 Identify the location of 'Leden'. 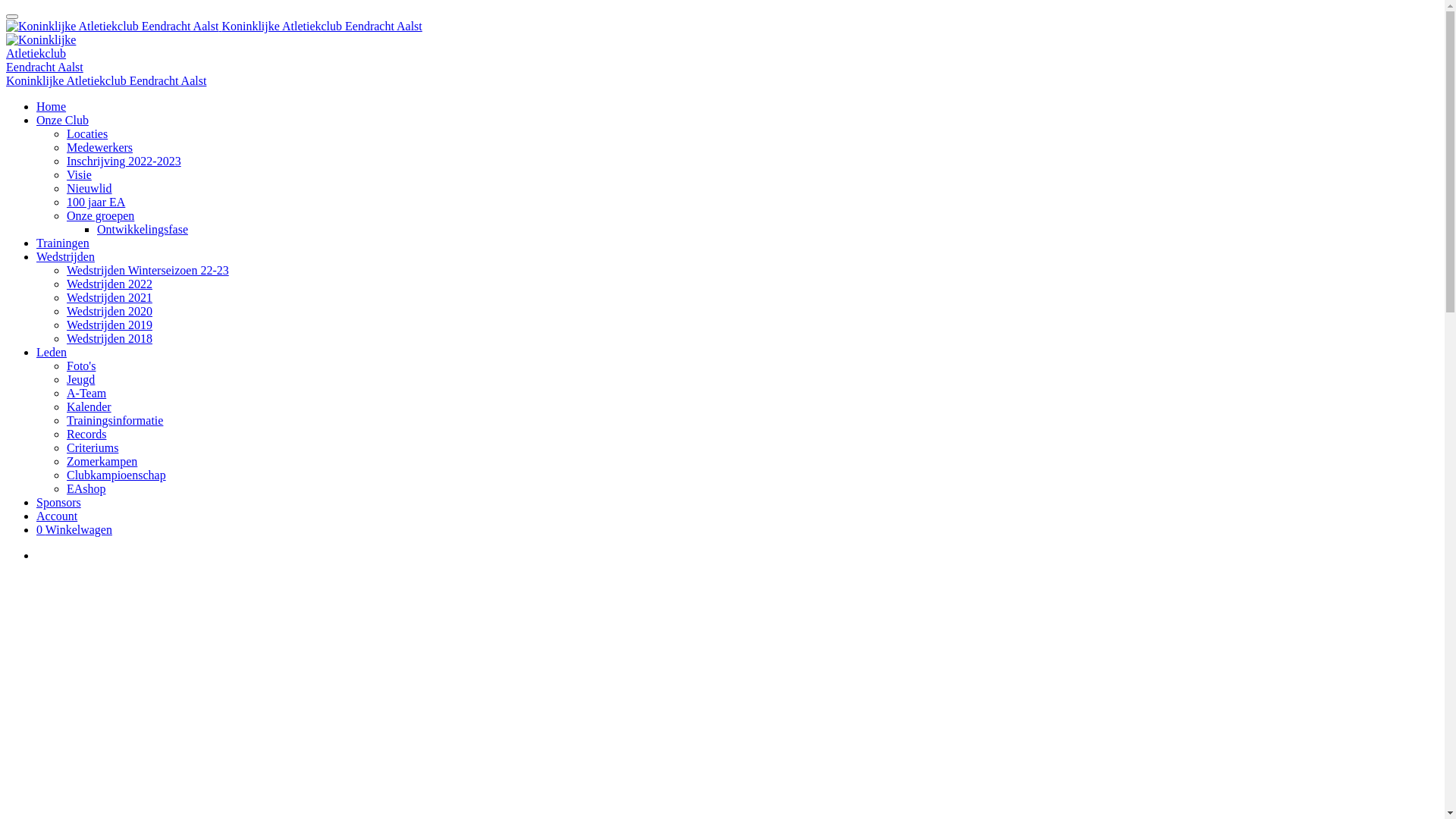
(51, 352).